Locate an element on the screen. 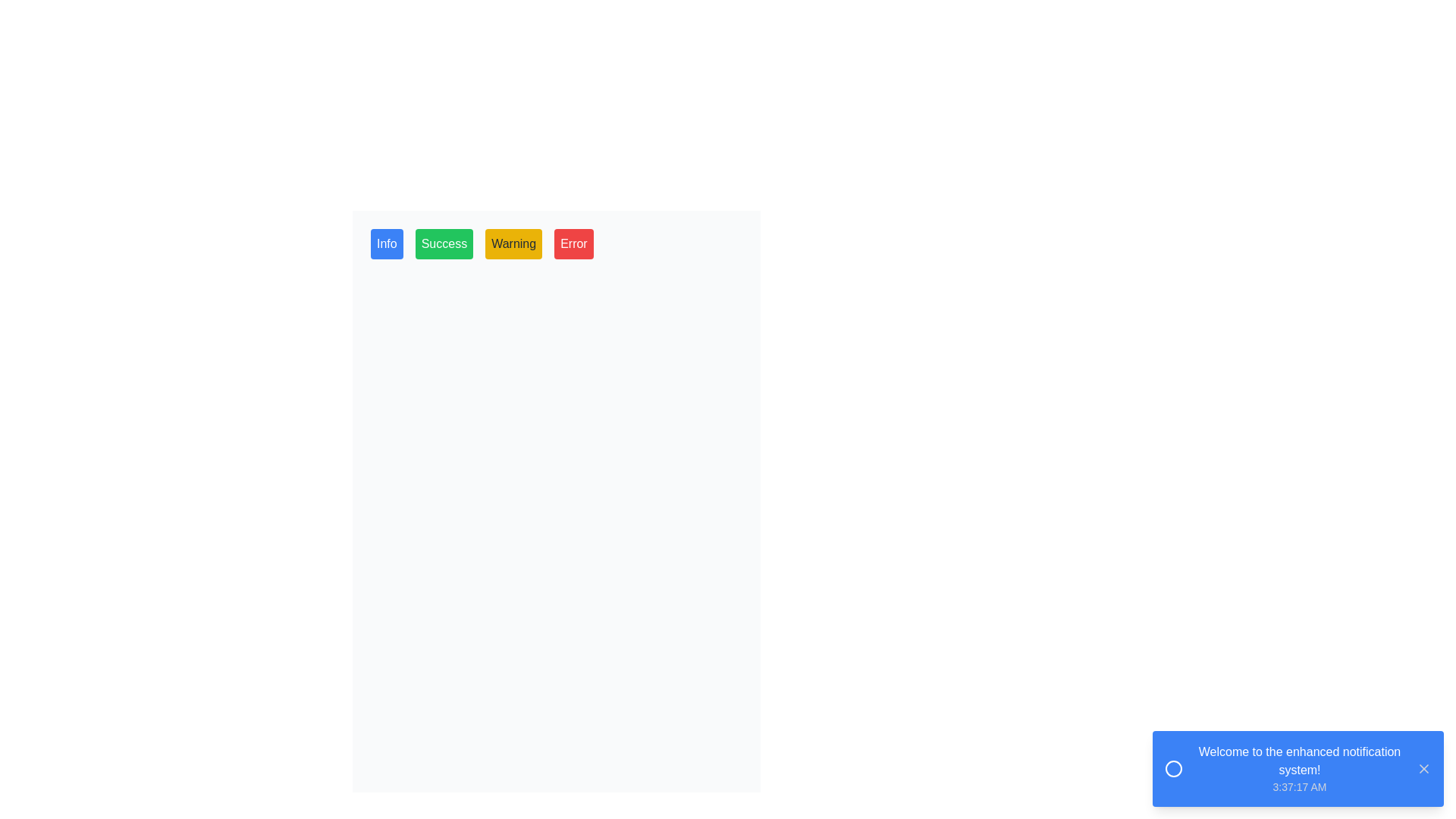 Image resolution: width=1456 pixels, height=819 pixels. the 'Warning' button with a yellow background and black text is located at coordinates (513, 243).